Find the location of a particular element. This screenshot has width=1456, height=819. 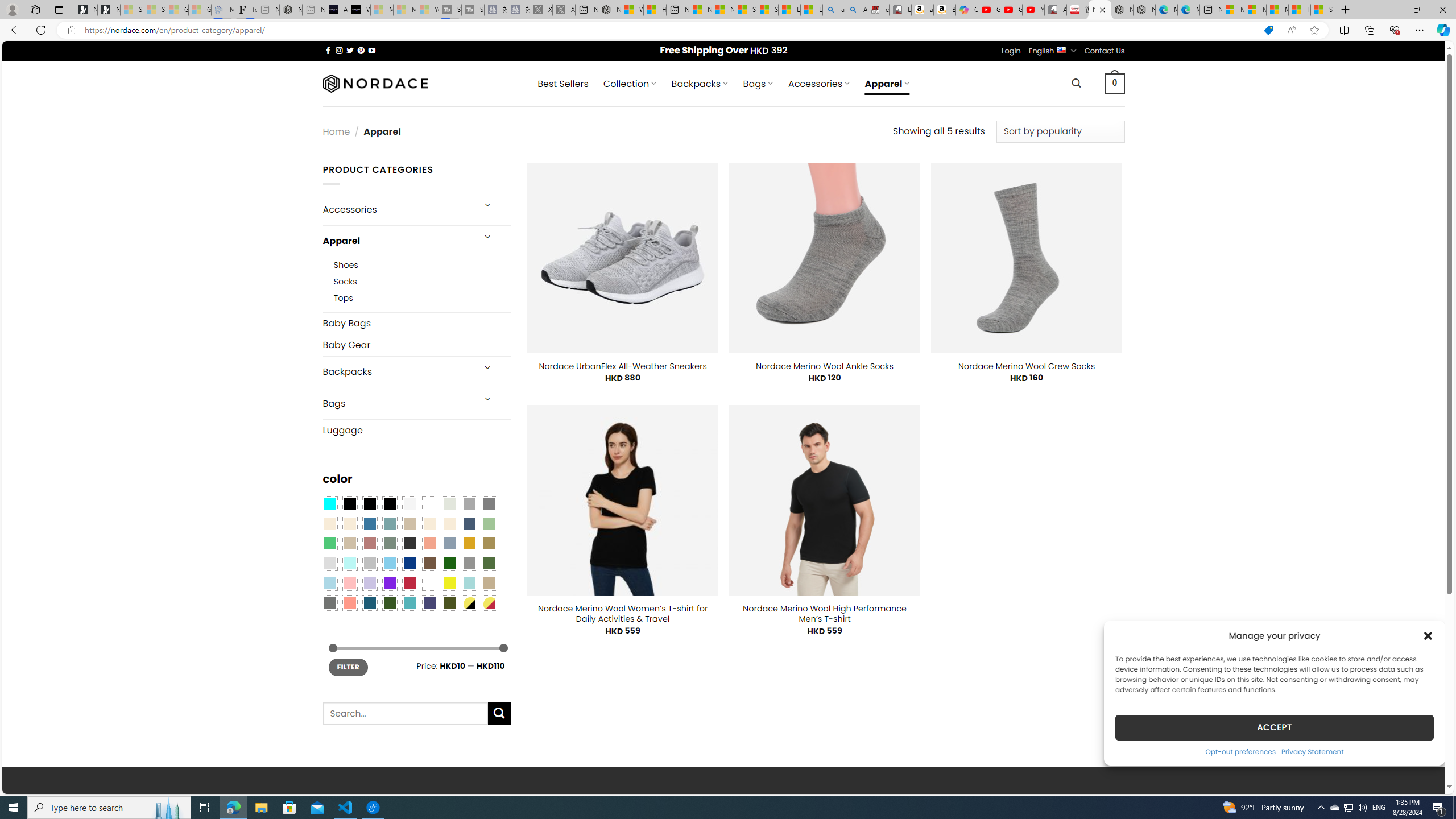

'Nordace - Apparel' is located at coordinates (1099, 9).